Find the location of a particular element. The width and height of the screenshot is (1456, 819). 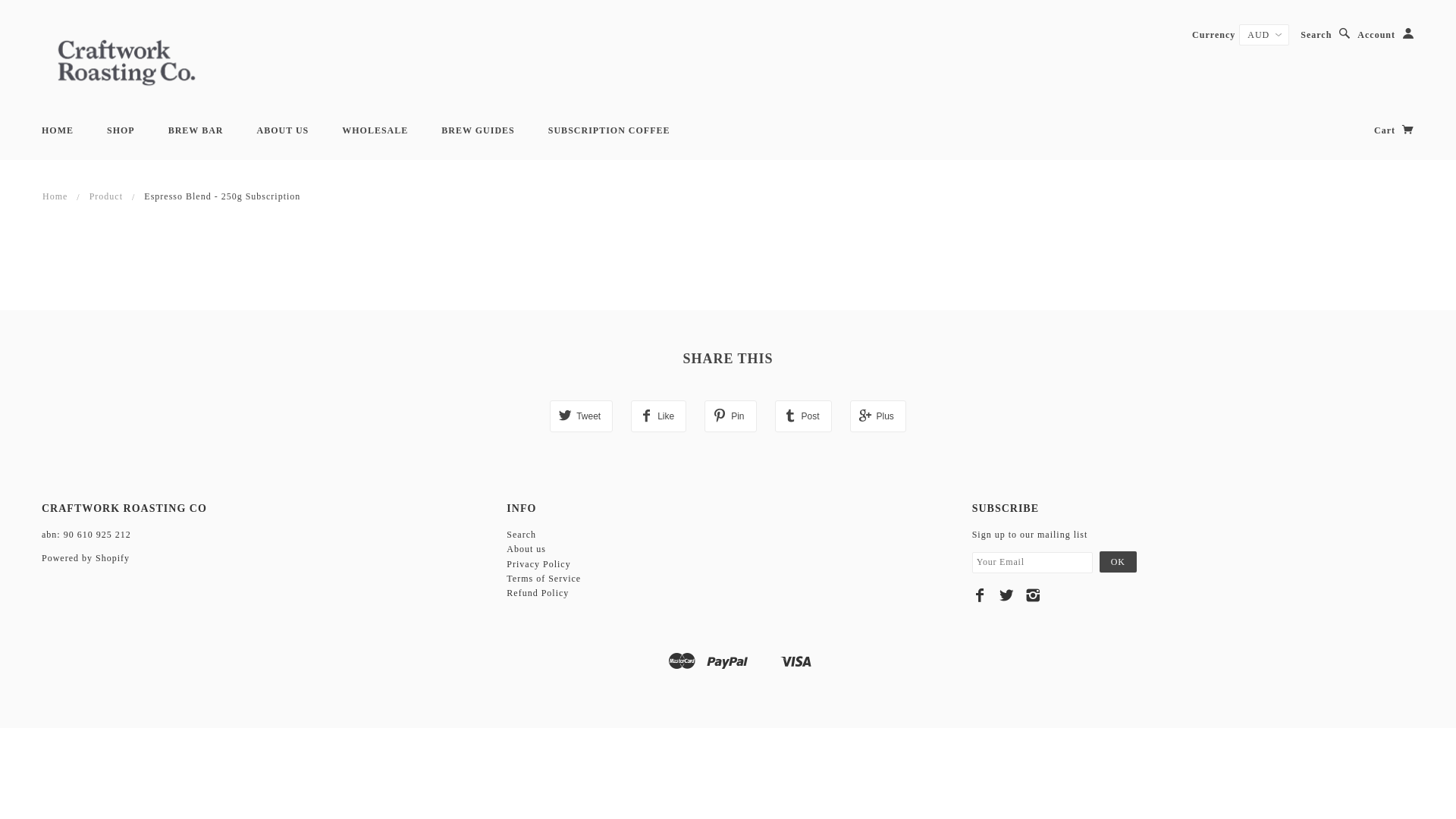

'Pin' is located at coordinates (730, 416).